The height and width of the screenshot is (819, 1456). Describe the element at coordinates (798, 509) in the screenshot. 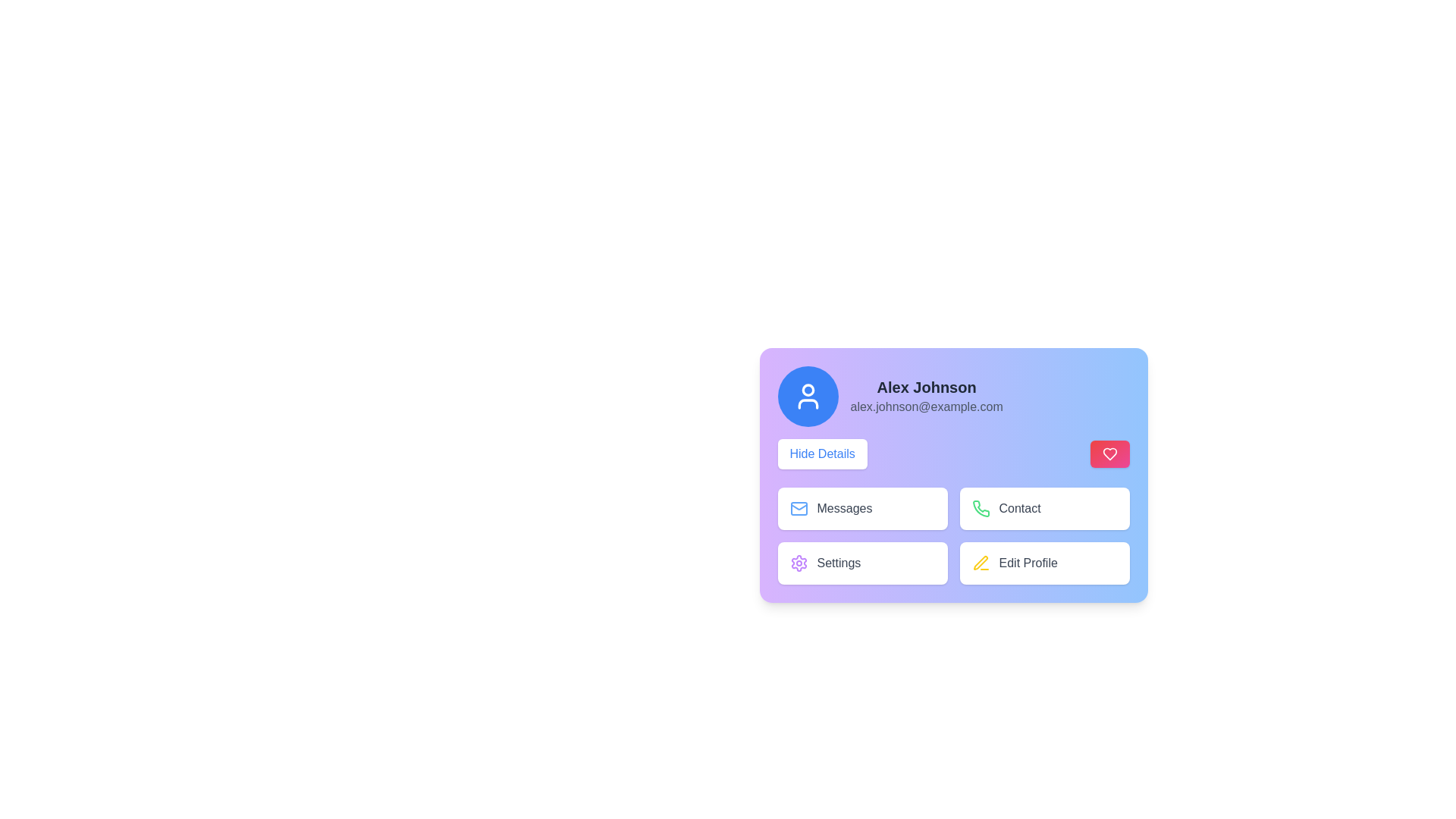

I see `the blue mail icon resembling an envelope located in the 'Messages' section of the card interface, positioned at the top-left corner next to the 'Messages' label` at that location.